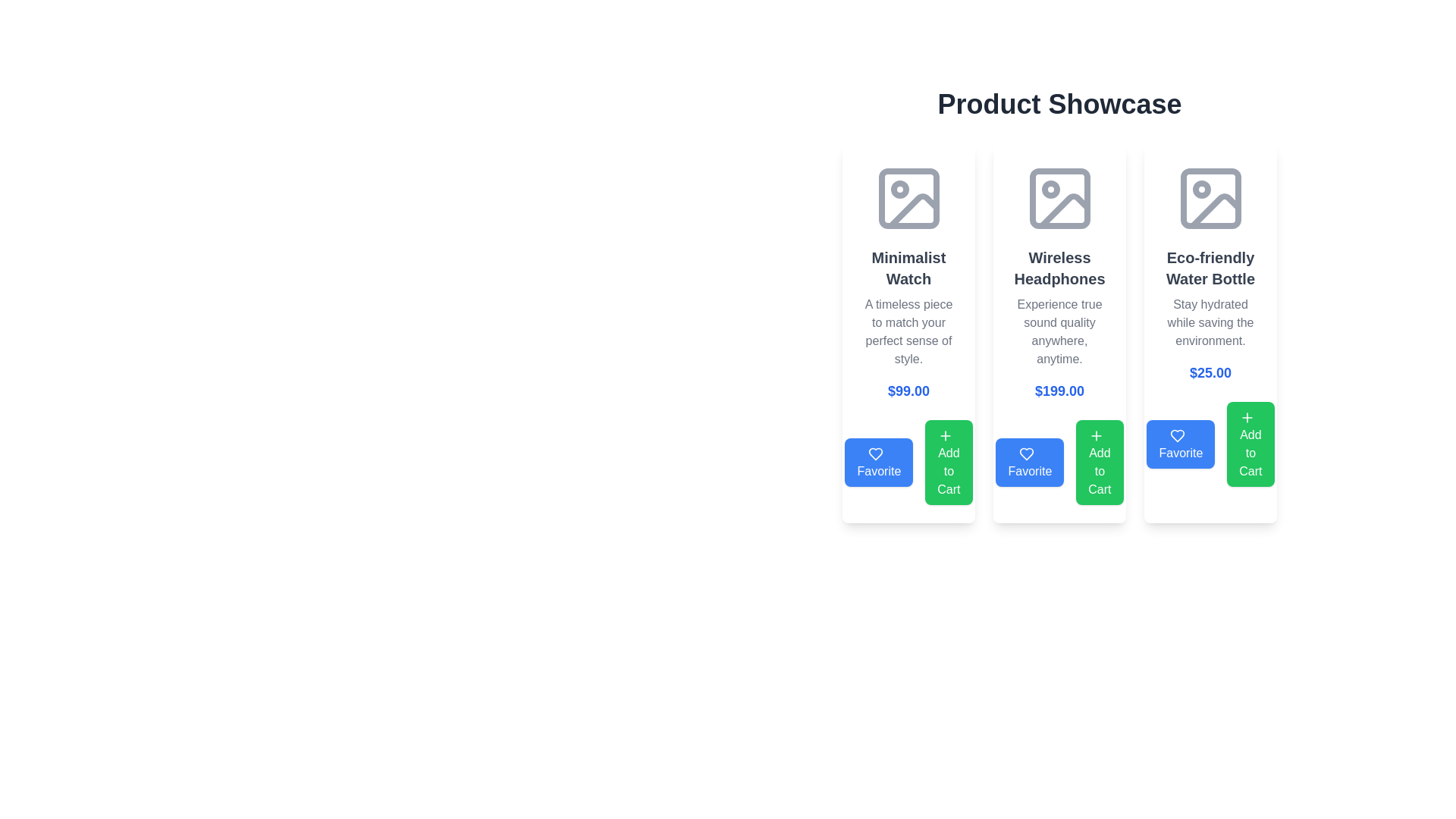 The image size is (1456, 819). What do you see at coordinates (1059, 461) in the screenshot?
I see `the left button below the product description of 'Wireless Headphones' to mark it as a favorite item` at bounding box center [1059, 461].